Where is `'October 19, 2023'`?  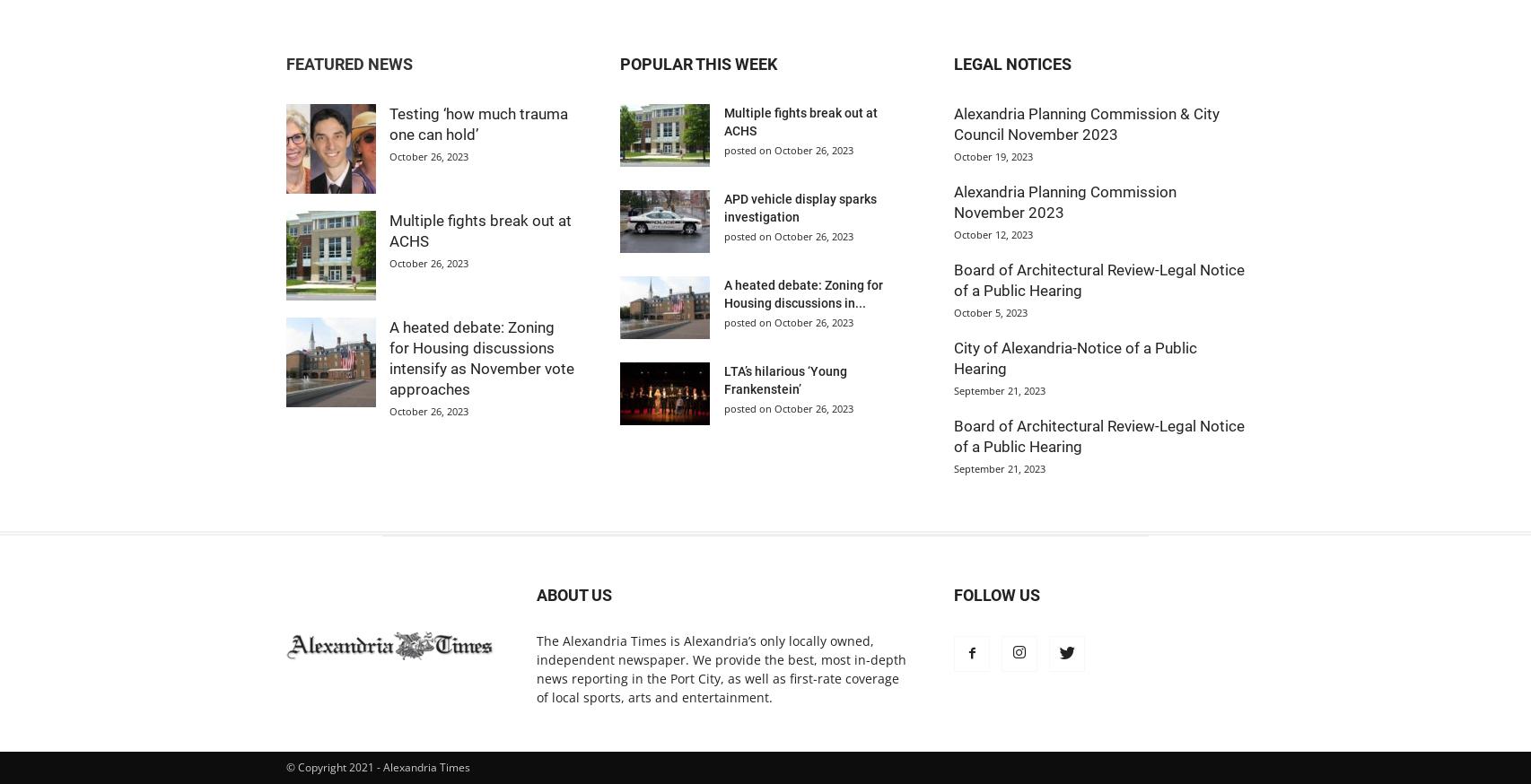 'October 19, 2023' is located at coordinates (954, 155).